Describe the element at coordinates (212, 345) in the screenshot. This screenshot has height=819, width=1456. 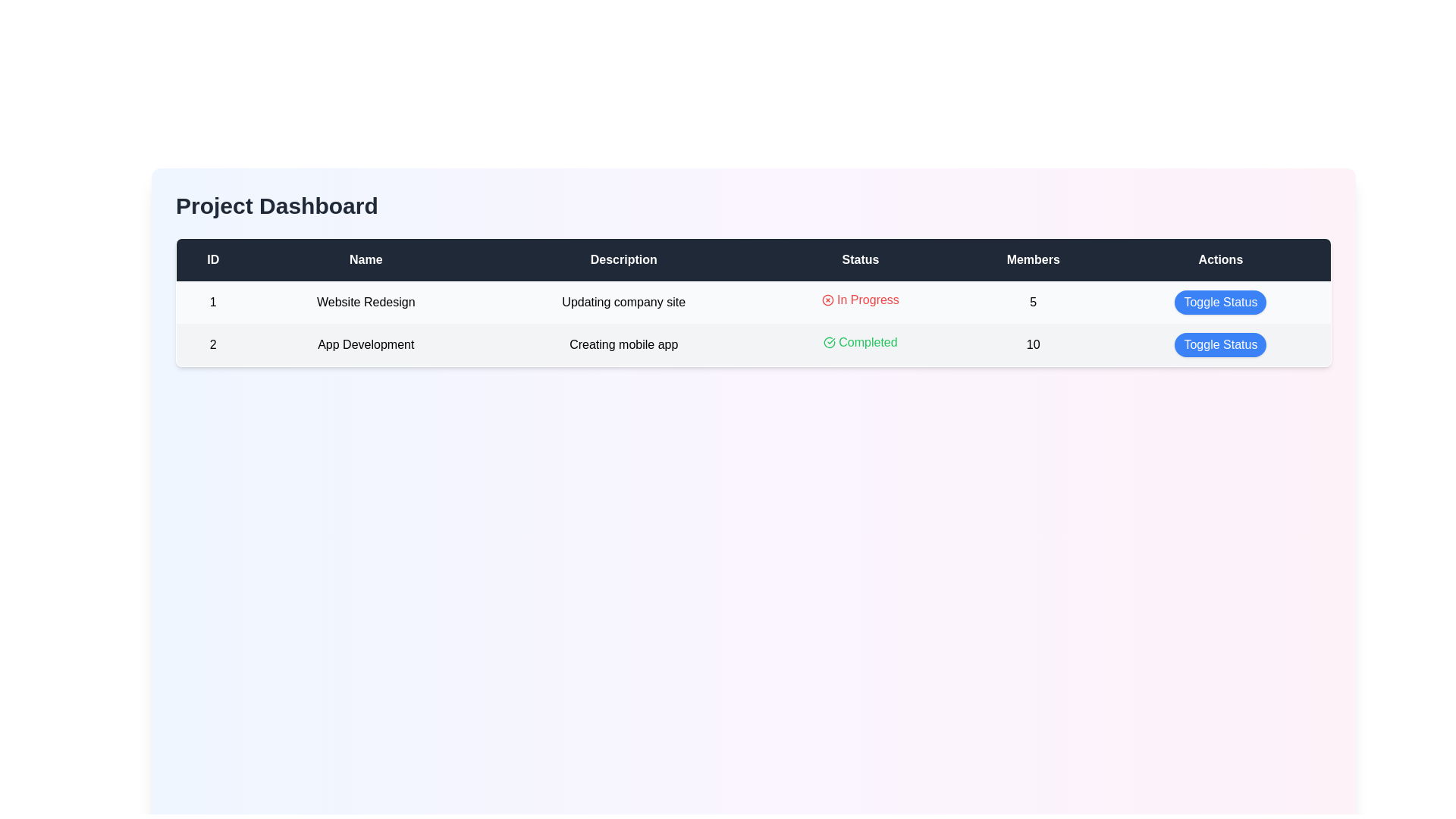
I see `the Text Label displaying the numeric identifier '2' in the leftmost column of the second row of the data table, which is styled in a regular black font and part of a light gray table row` at that location.